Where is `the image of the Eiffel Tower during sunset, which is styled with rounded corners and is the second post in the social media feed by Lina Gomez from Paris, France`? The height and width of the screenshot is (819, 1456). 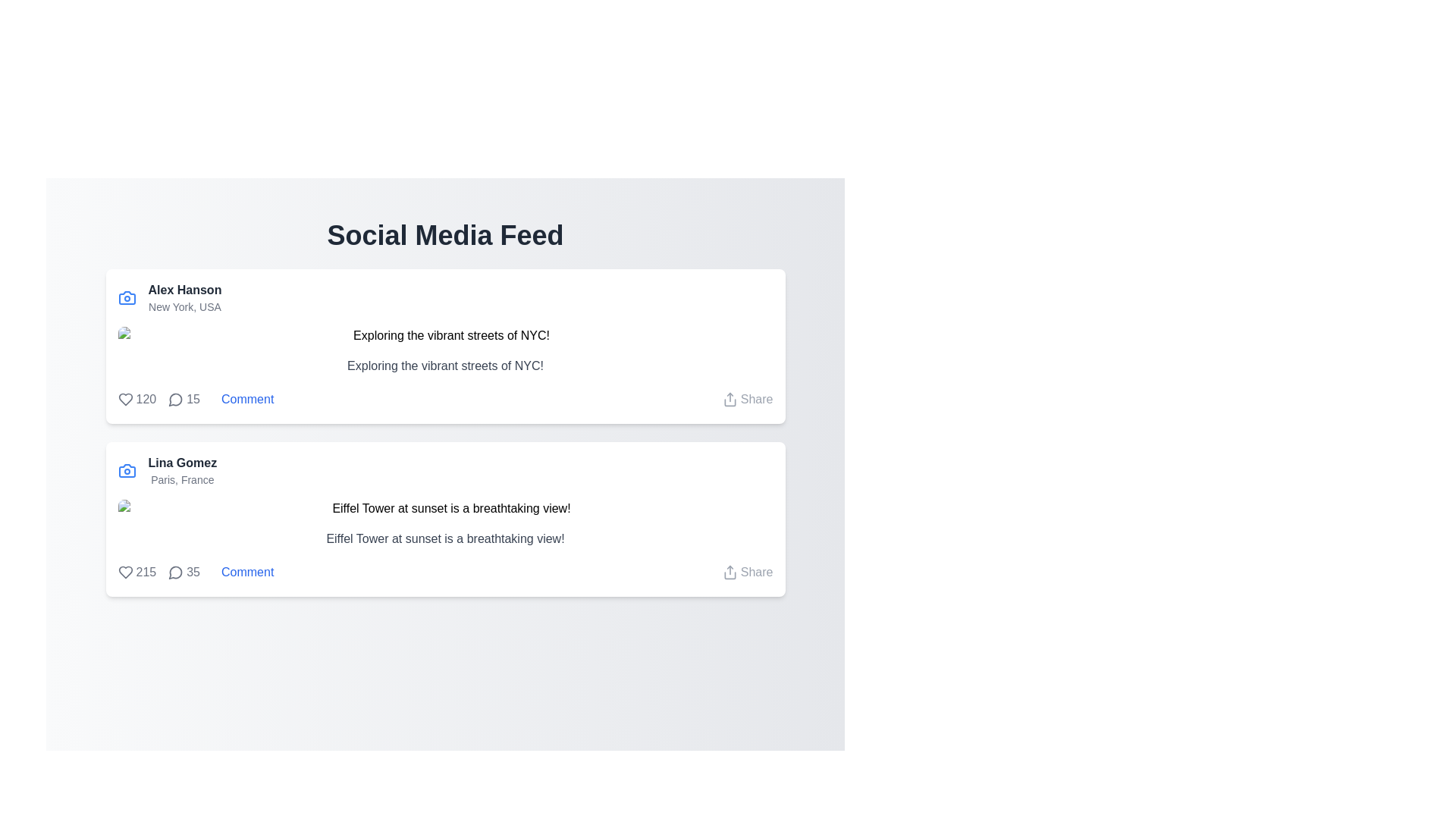
the image of the Eiffel Tower during sunset, which is styled with rounded corners and is the second post in the social media feed by Lina Gomez from Paris, France is located at coordinates (444, 509).